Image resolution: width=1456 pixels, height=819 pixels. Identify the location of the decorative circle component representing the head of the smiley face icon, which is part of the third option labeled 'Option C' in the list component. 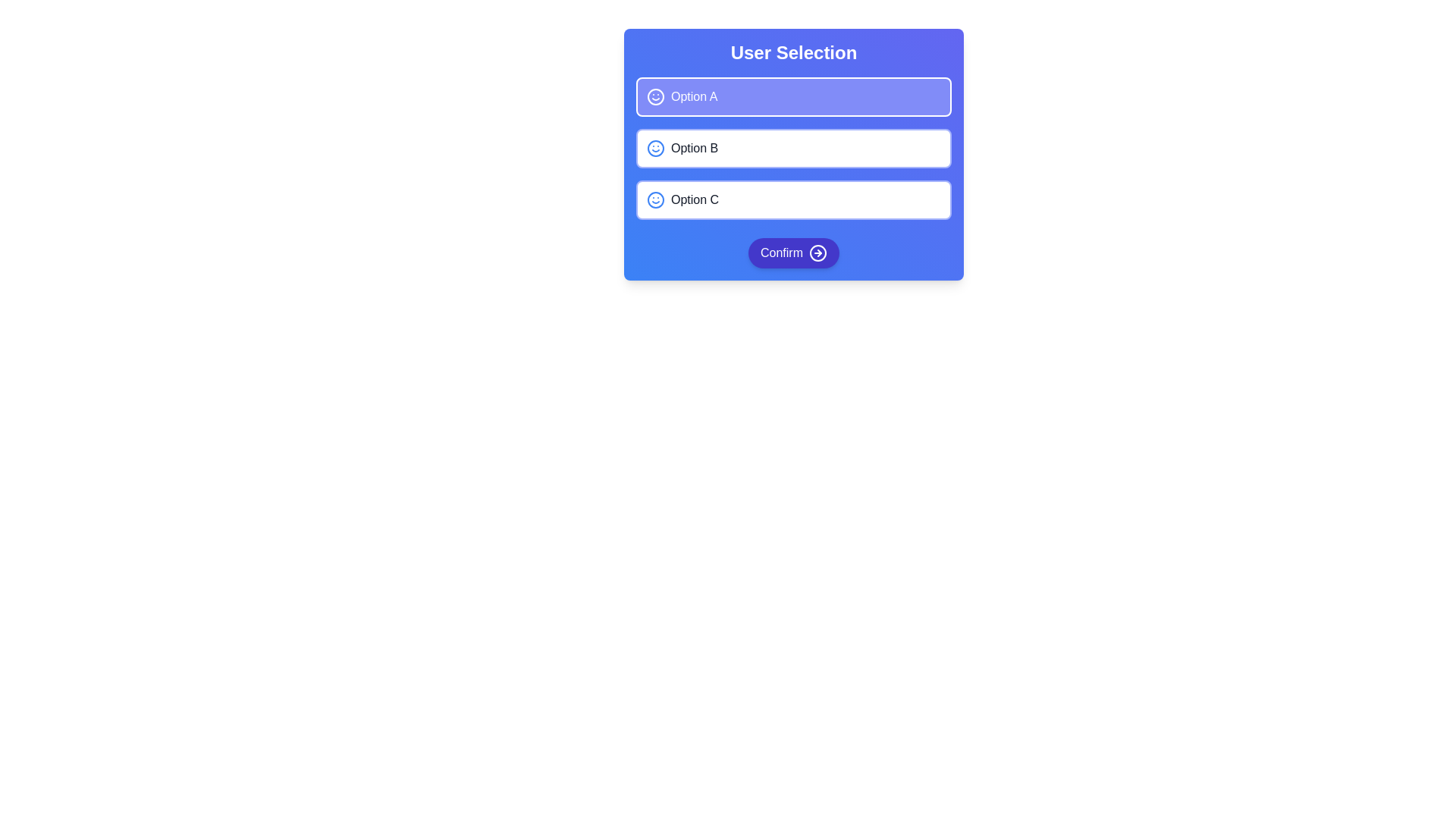
(655, 199).